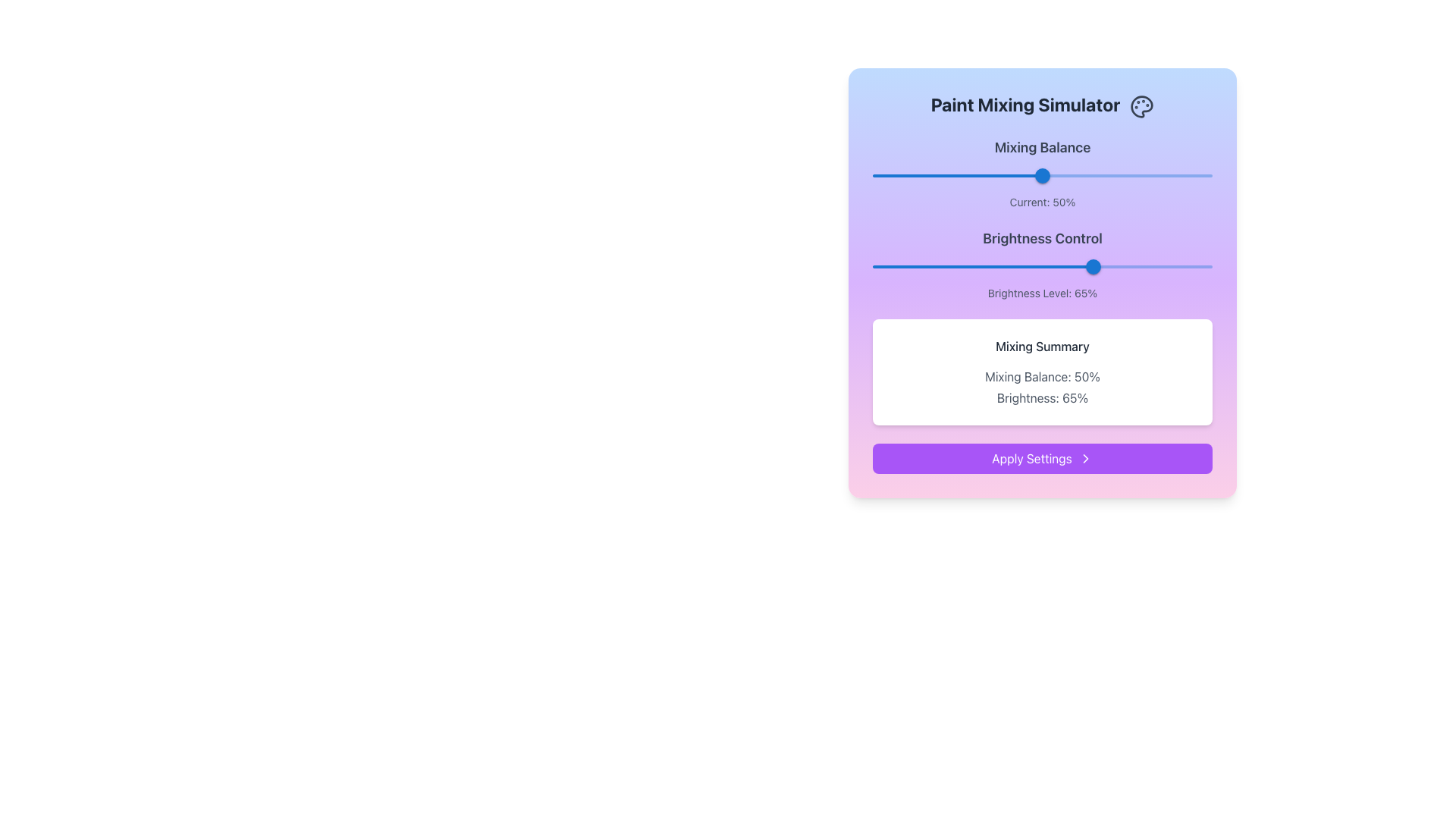  What do you see at coordinates (1204, 174) in the screenshot?
I see `the mixing balance` at bounding box center [1204, 174].